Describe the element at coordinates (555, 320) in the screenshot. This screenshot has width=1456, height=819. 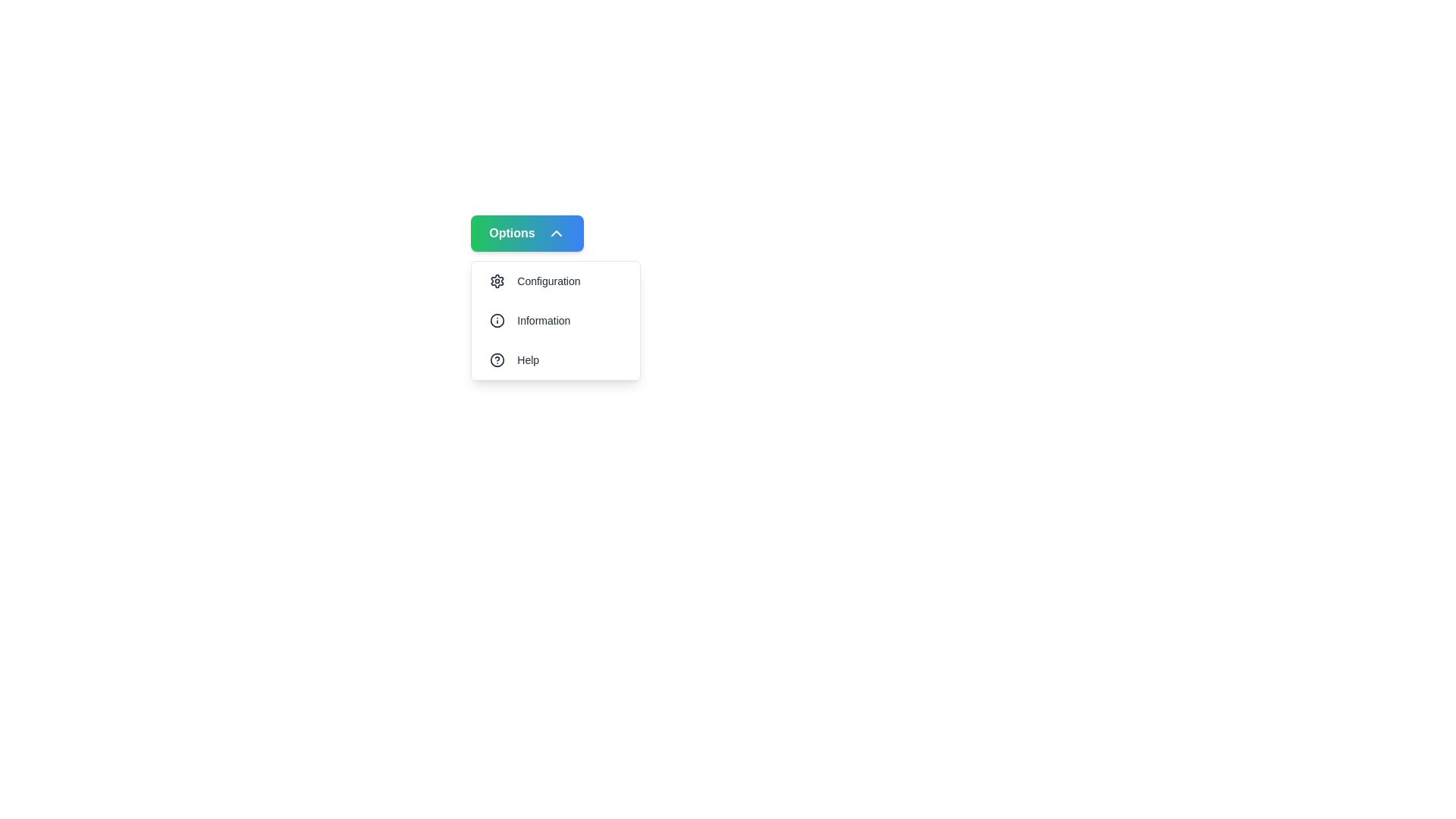
I see `the second item in the dropdown menu labeled 'Information'` at that location.